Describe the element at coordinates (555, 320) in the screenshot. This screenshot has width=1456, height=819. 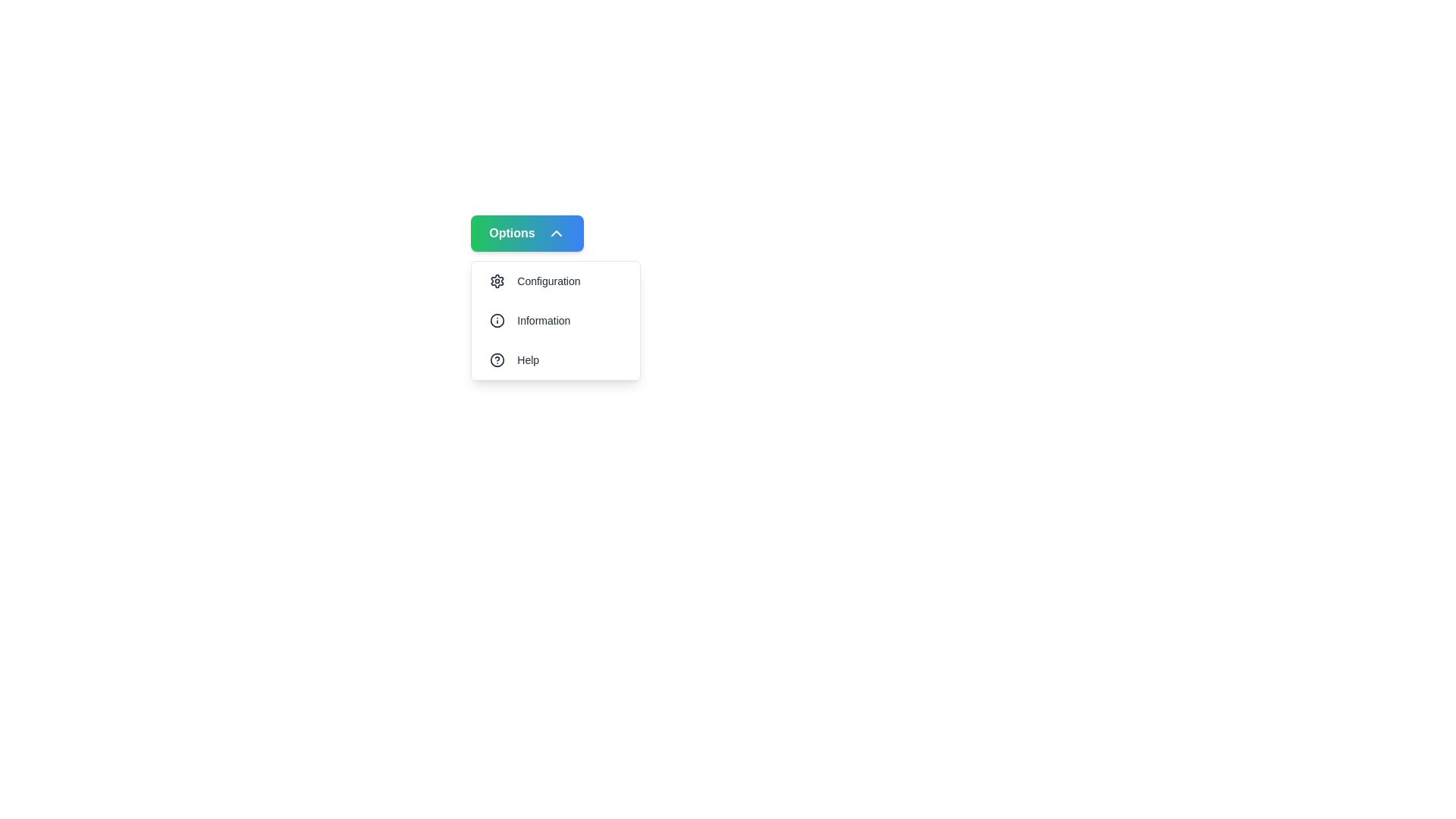
I see `the second item in the dropdown menu labeled 'Information'` at that location.